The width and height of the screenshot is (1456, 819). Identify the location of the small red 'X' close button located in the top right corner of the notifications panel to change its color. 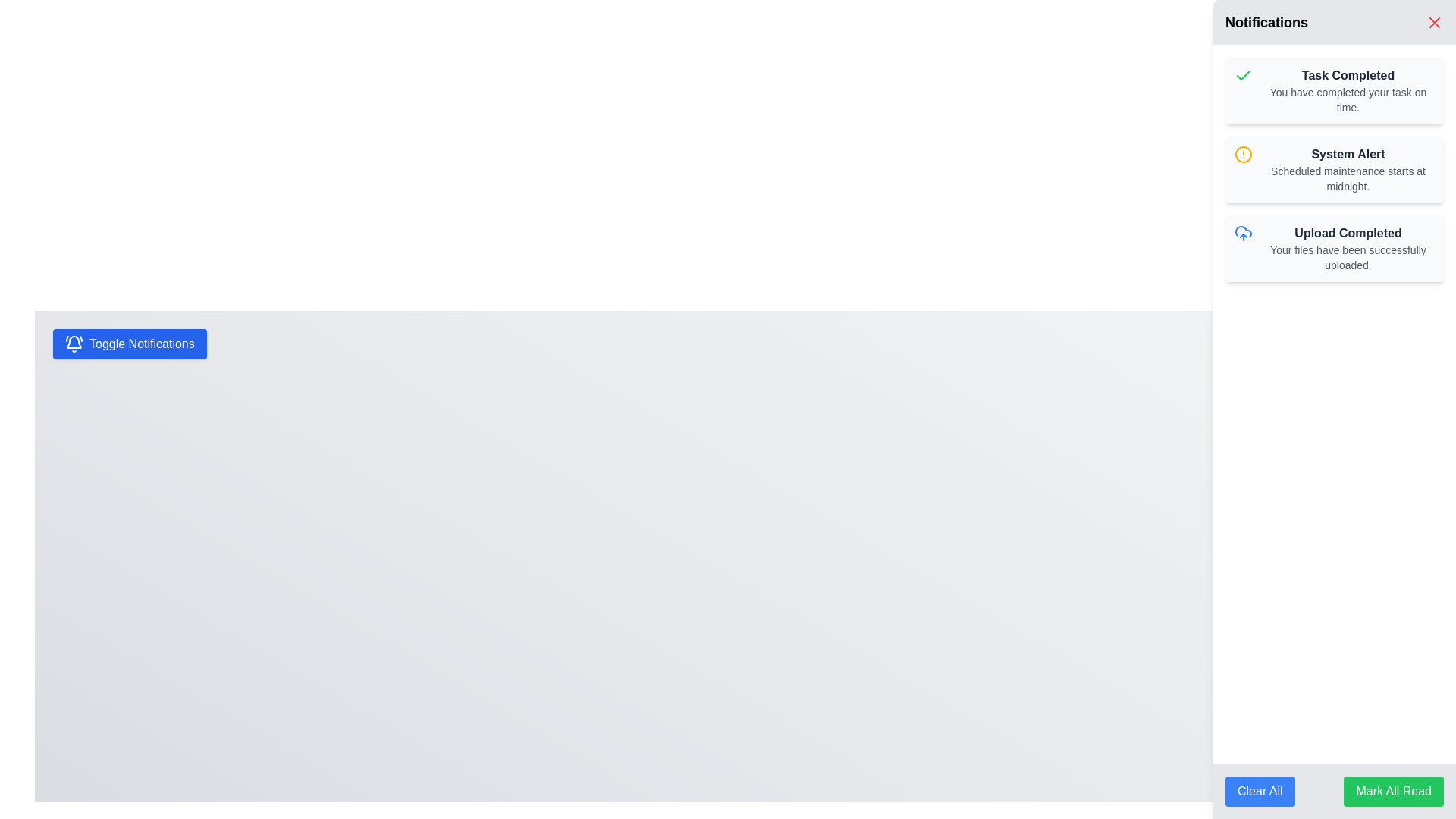
(1433, 23).